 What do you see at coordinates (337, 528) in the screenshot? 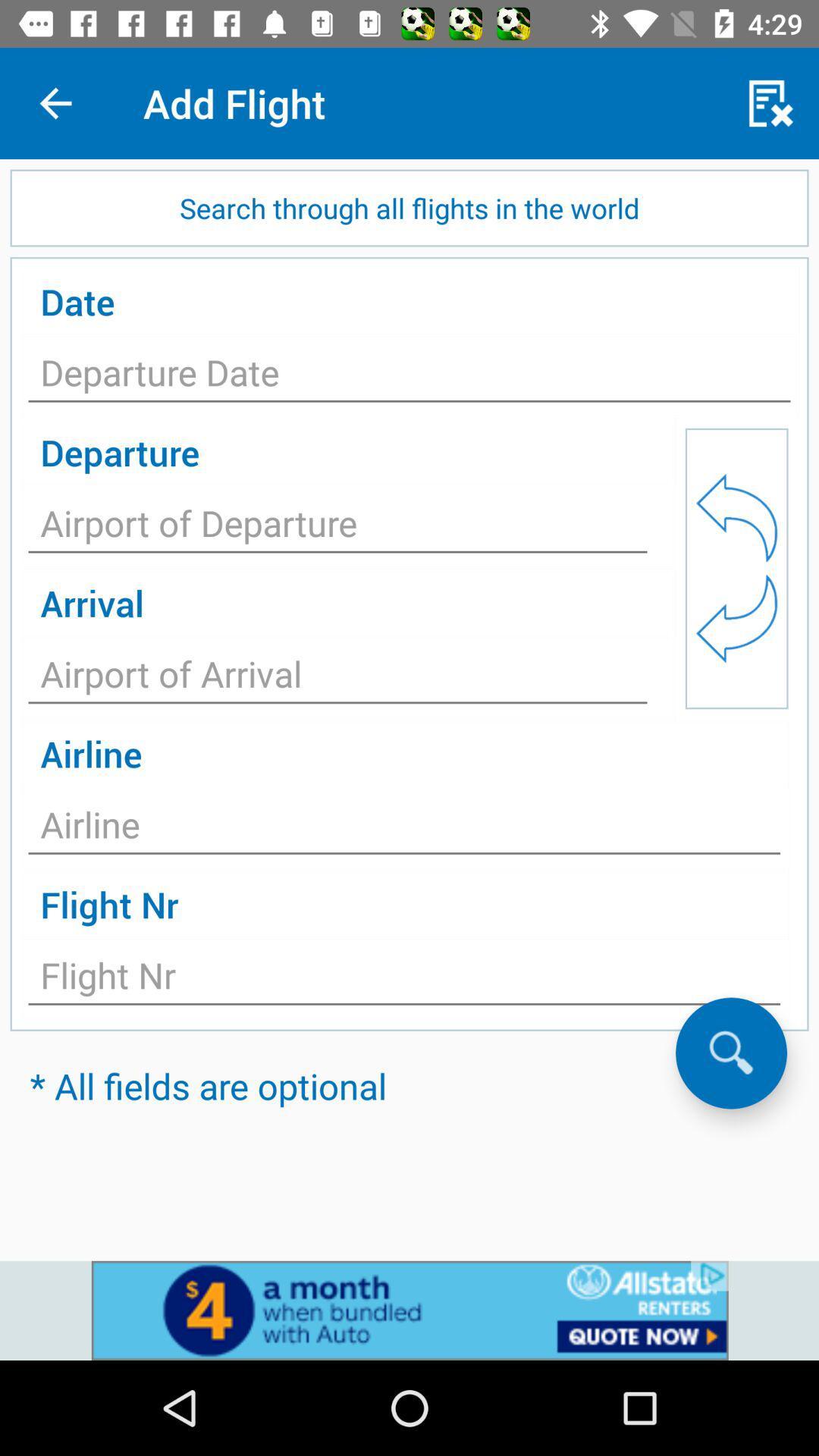
I see `text input field` at bounding box center [337, 528].